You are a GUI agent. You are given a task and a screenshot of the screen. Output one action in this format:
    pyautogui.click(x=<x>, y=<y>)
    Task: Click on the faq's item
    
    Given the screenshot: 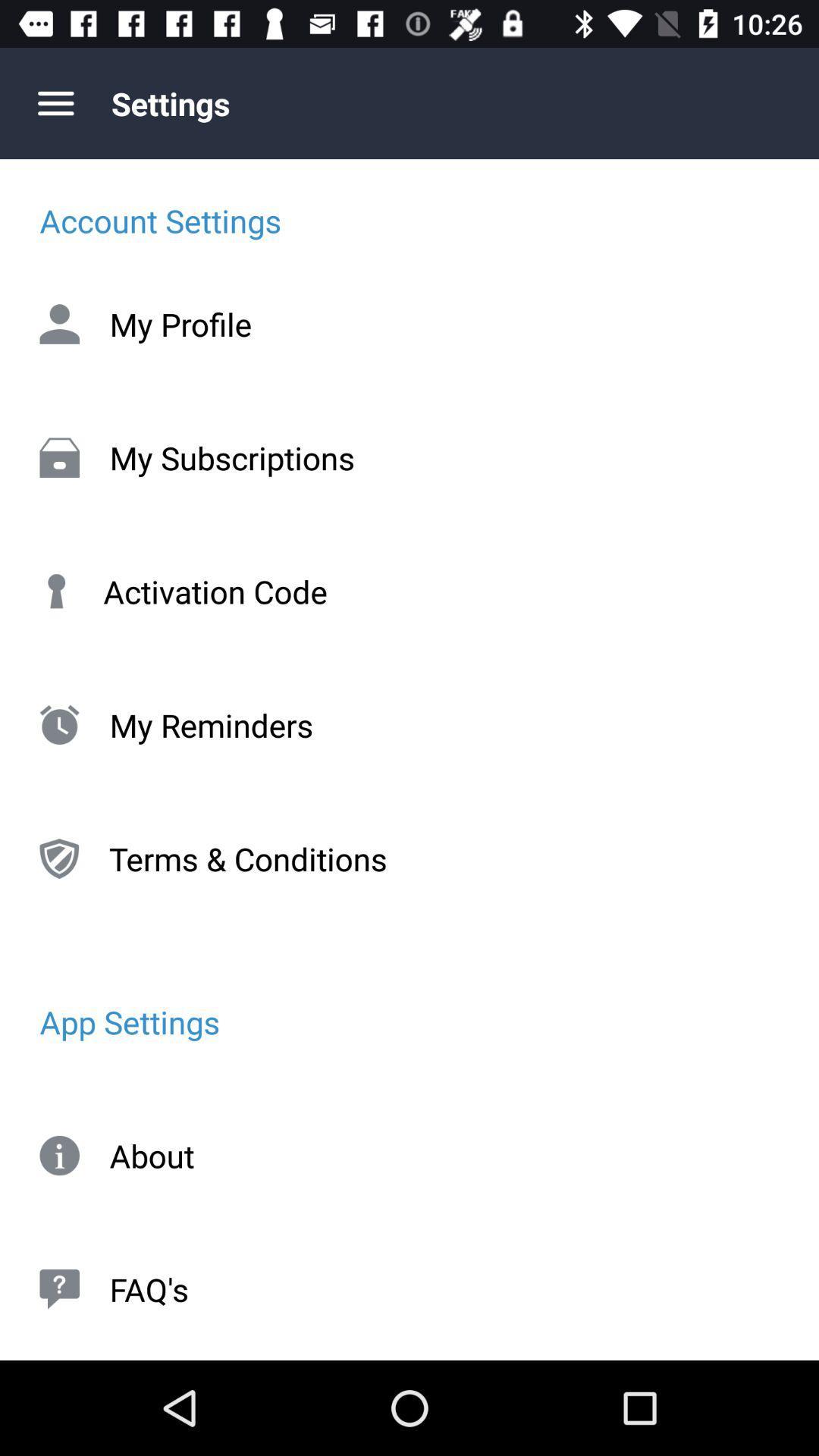 What is the action you would take?
    pyautogui.click(x=409, y=1288)
    